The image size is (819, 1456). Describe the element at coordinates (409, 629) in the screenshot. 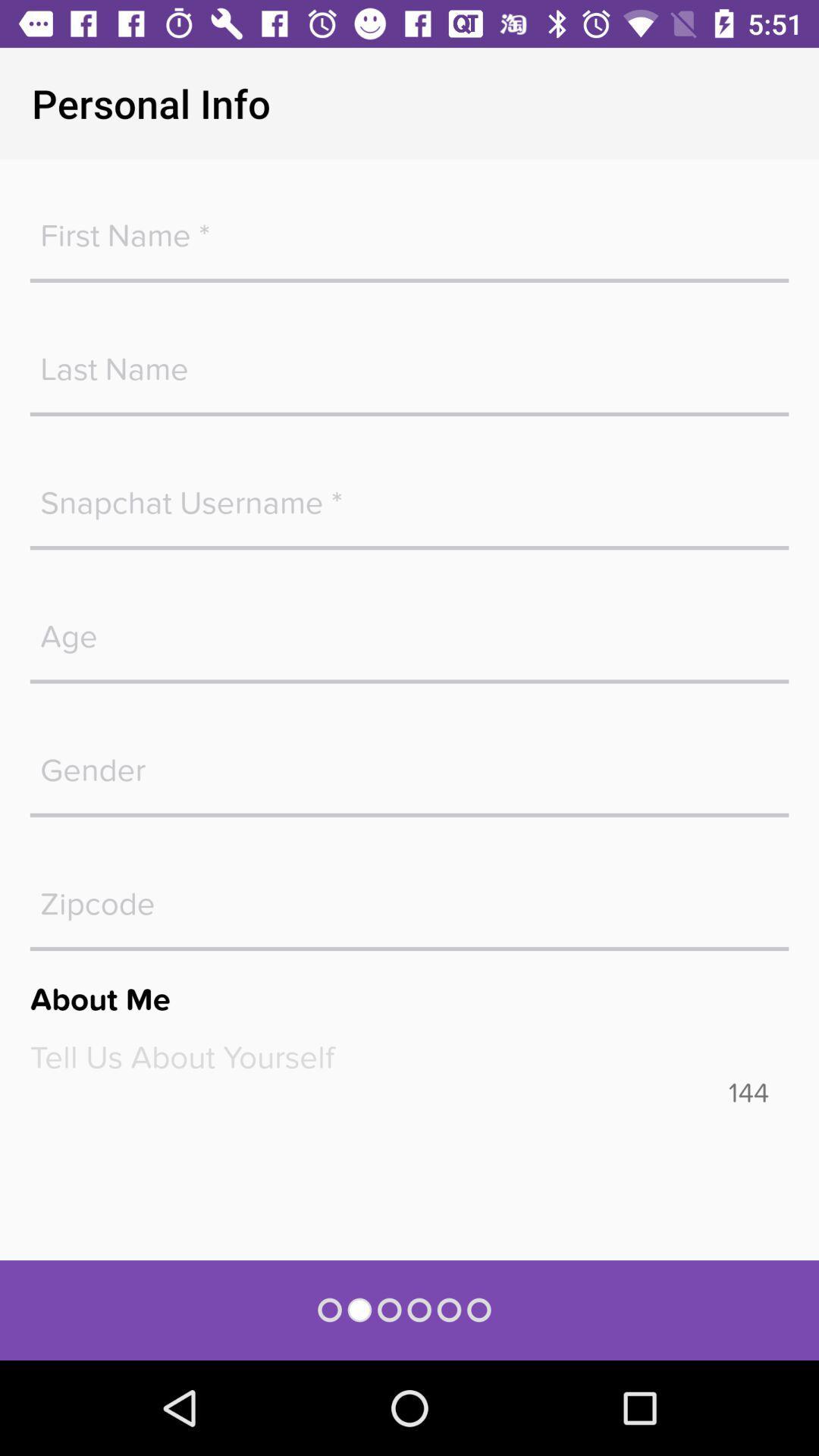

I see `age` at that location.